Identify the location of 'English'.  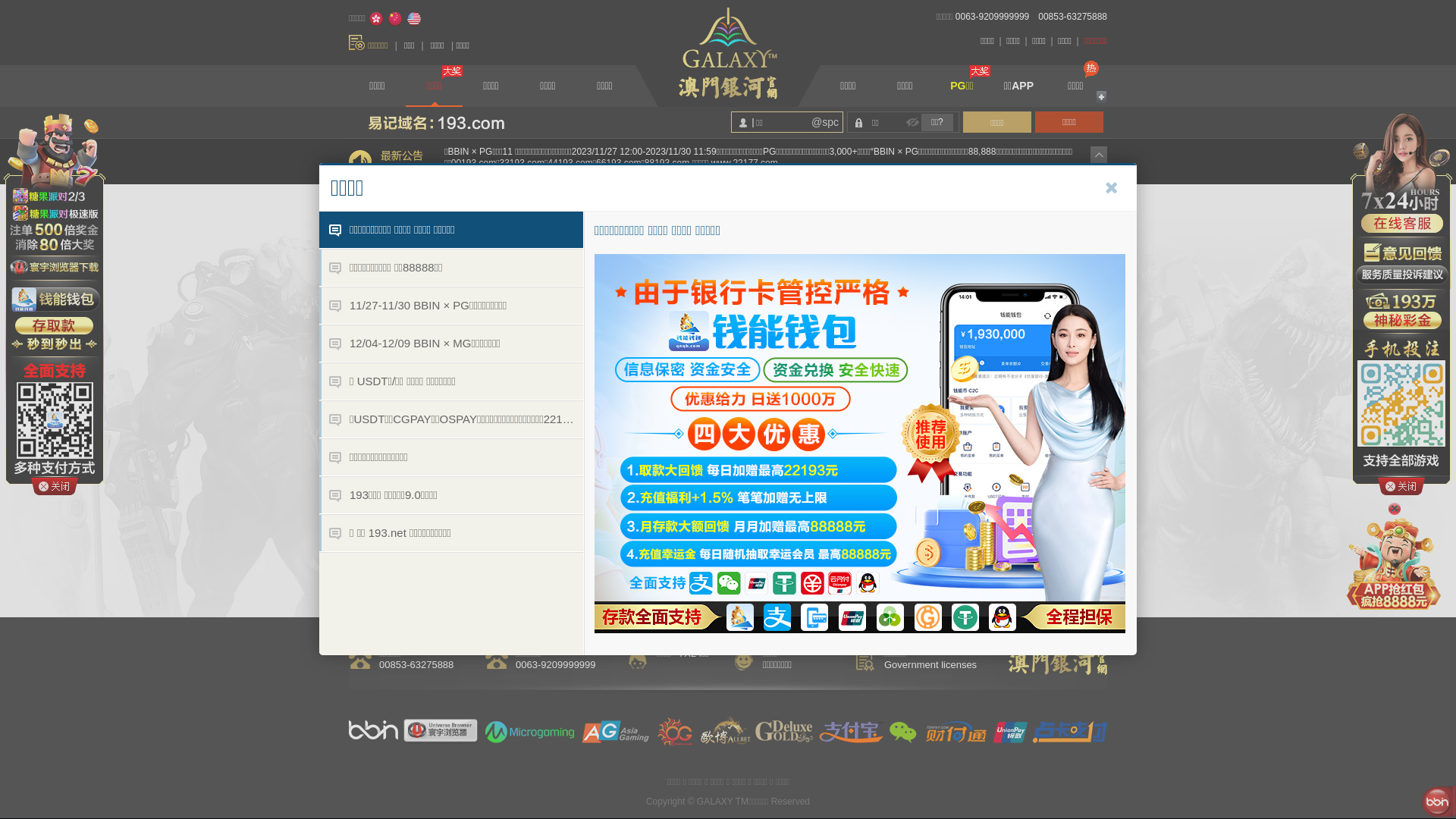
(414, 18).